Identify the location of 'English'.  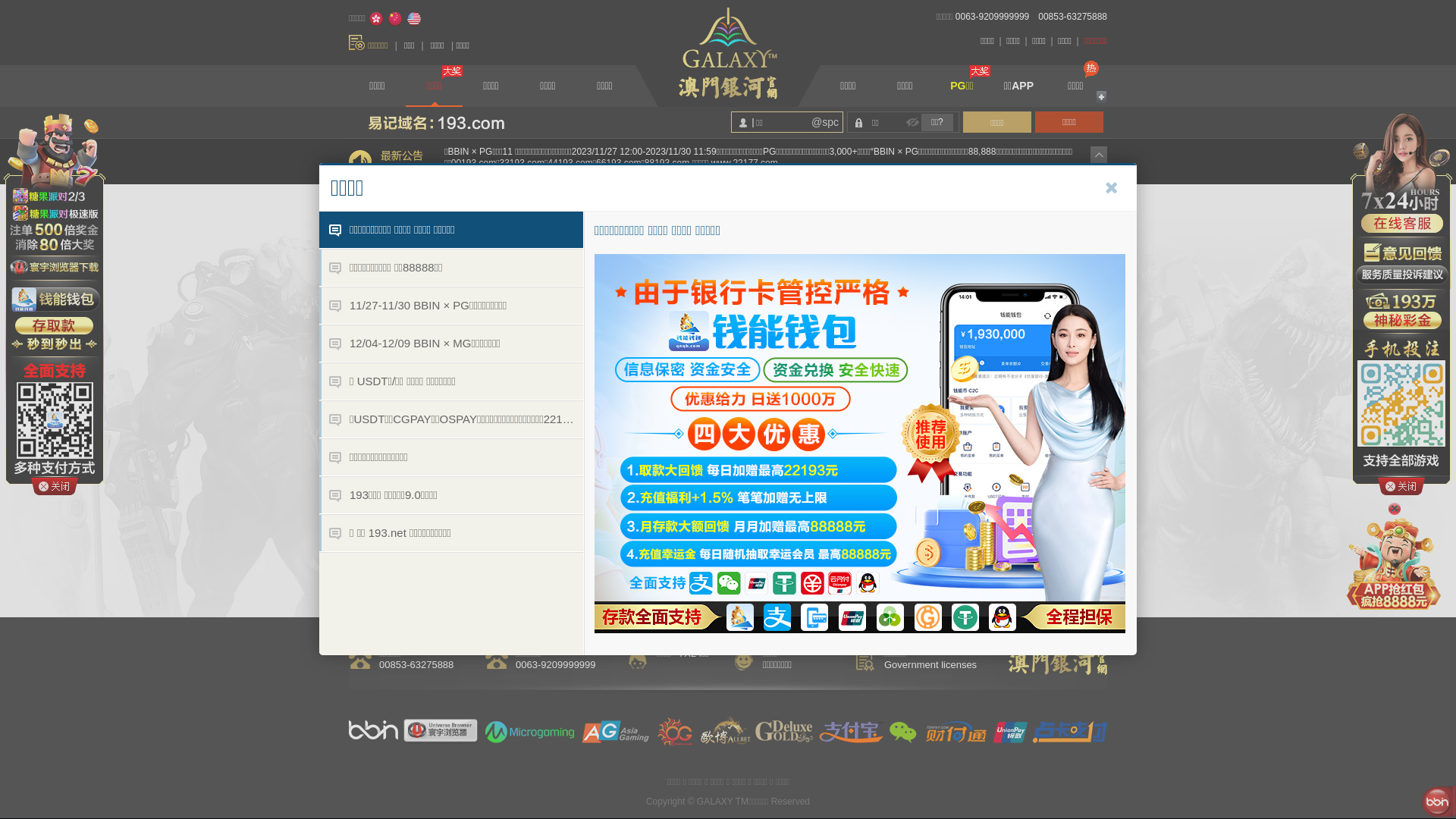
(414, 18).